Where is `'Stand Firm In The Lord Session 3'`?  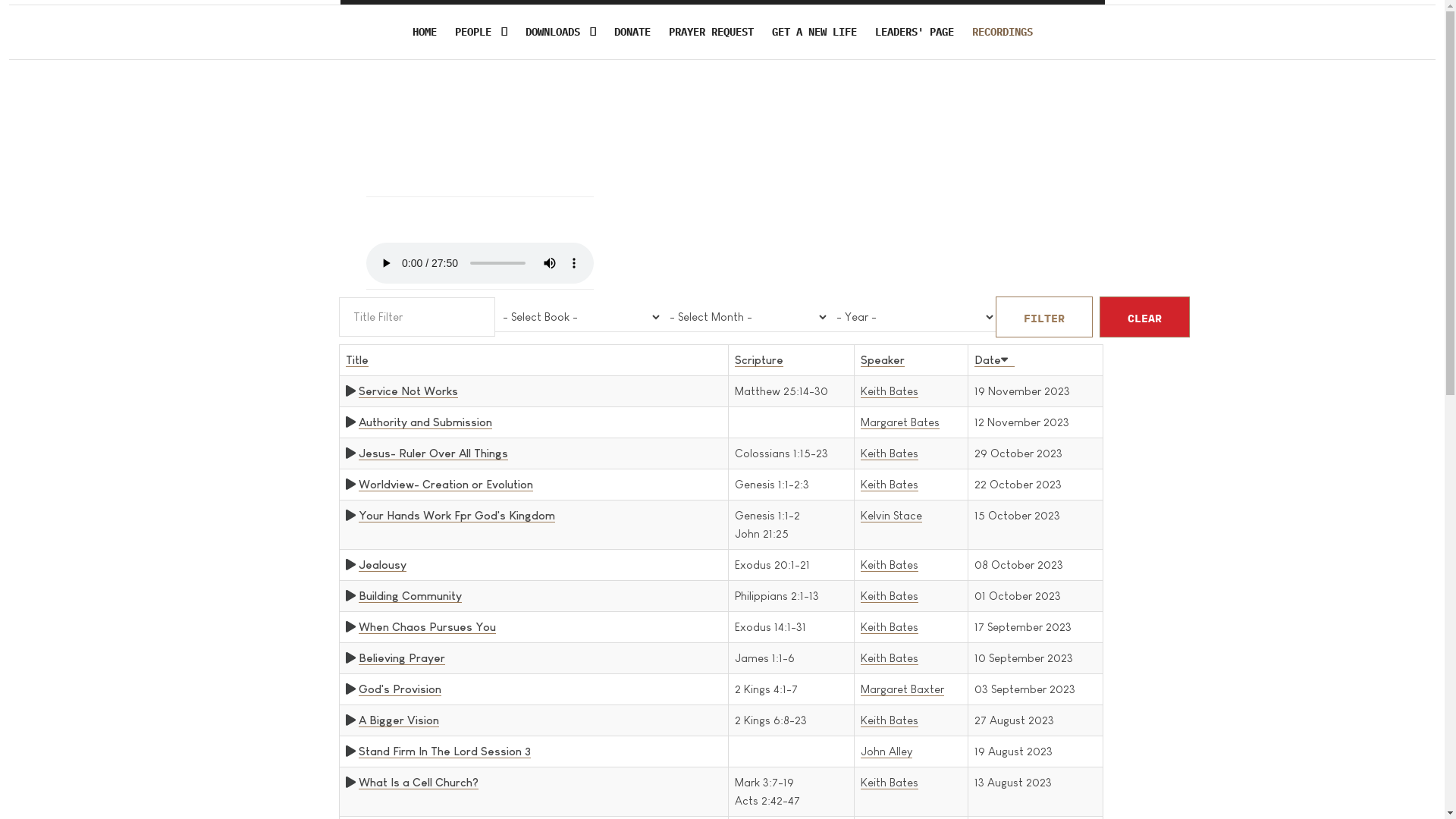
'Stand Firm In The Lord Session 3' is located at coordinates (356, 752).